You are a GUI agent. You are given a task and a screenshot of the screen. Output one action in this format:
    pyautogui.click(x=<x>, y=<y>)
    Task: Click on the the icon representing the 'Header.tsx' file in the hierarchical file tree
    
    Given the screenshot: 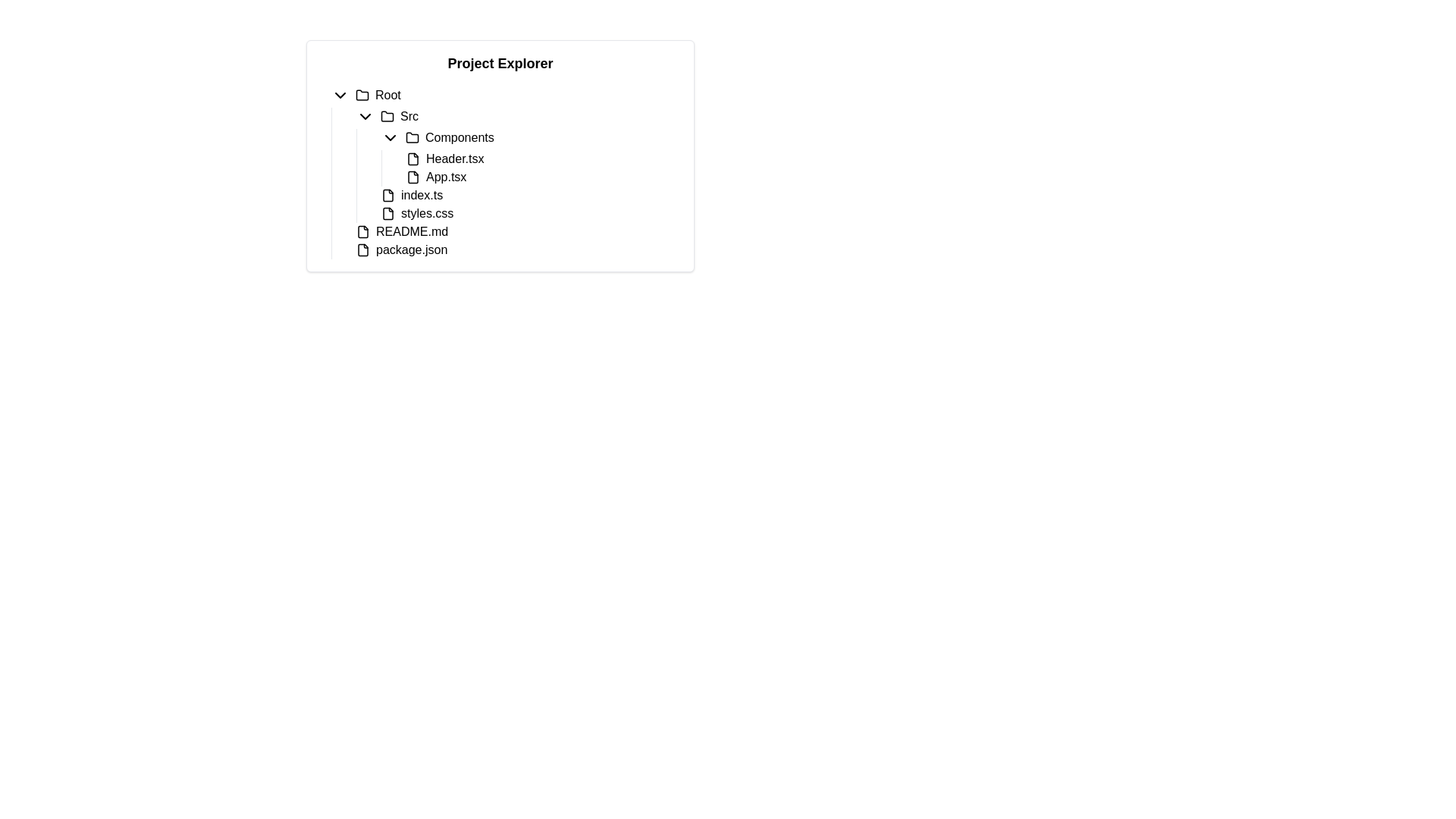 What is the action you would take?
    pyautogui.click(x=413, y=158)
    